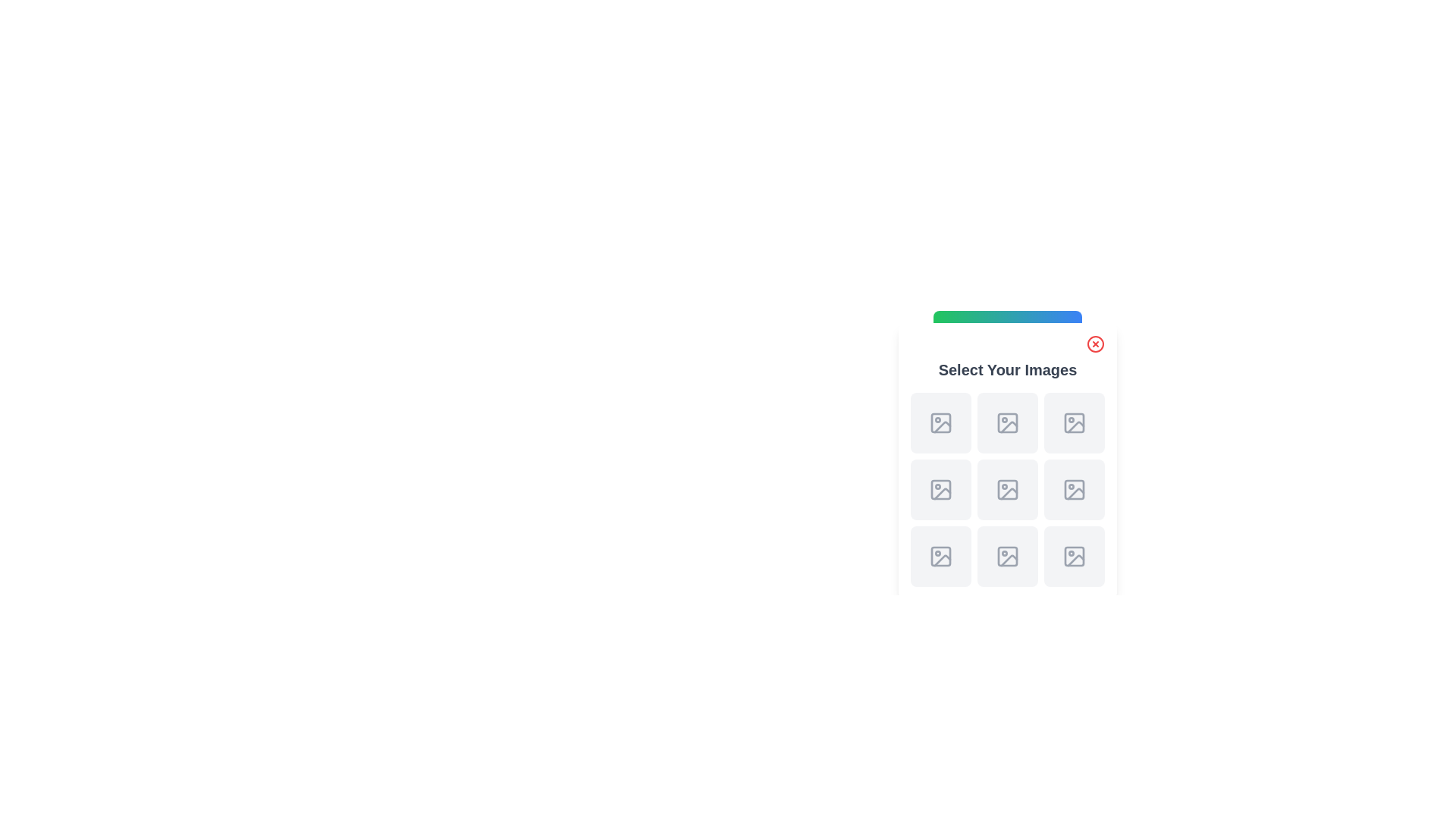  I want to click on the button in the middle column of the first row within the 'Select Your Images' panel, so click(1008, 423).